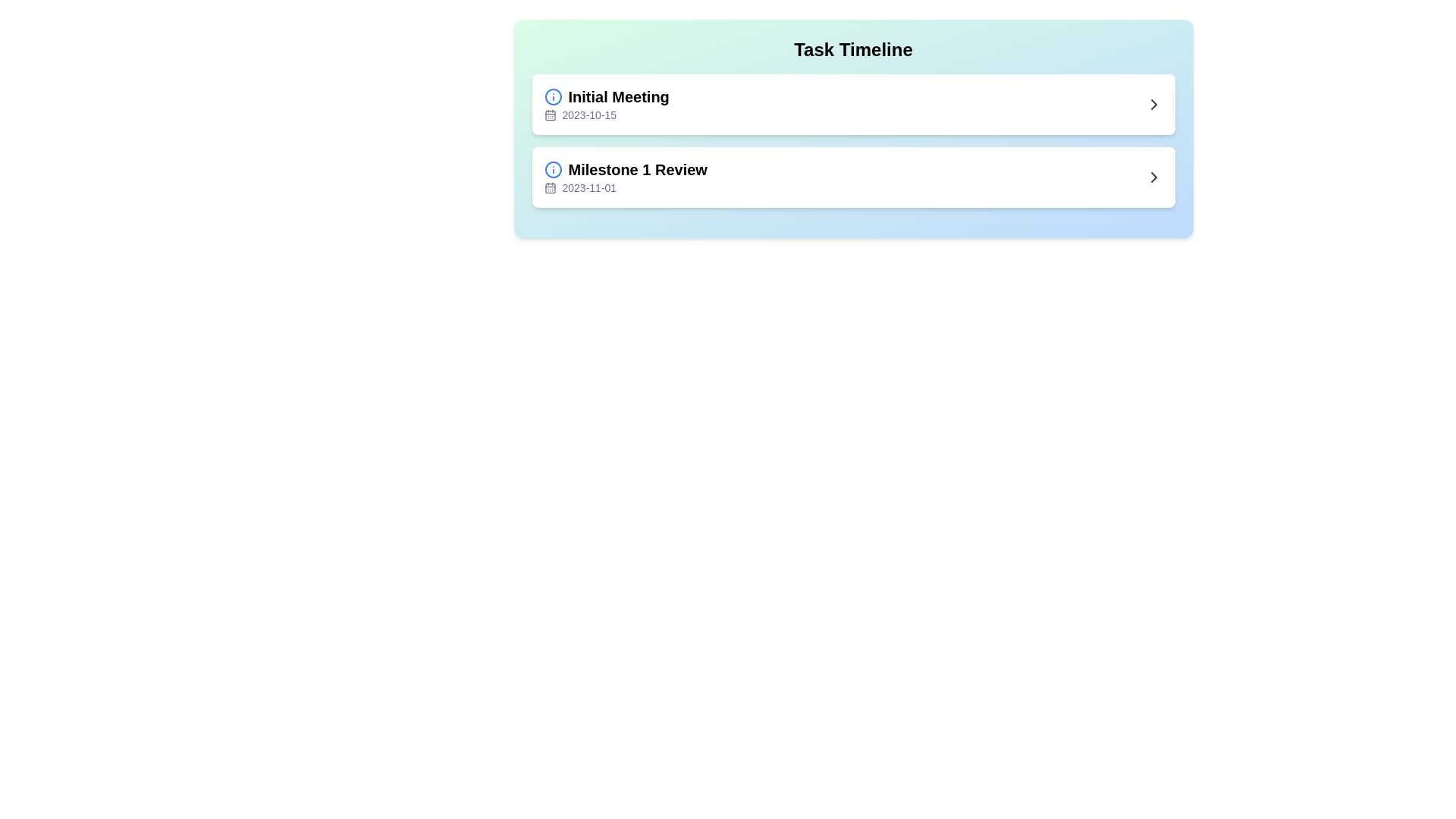 The height and width of the screenshot is (819, 1456). I want to click on the minimalist calendar icon located to the left of the date '2023-10-15' within the first item of the task list titled 'Initial Meeting', so click(549, 114).